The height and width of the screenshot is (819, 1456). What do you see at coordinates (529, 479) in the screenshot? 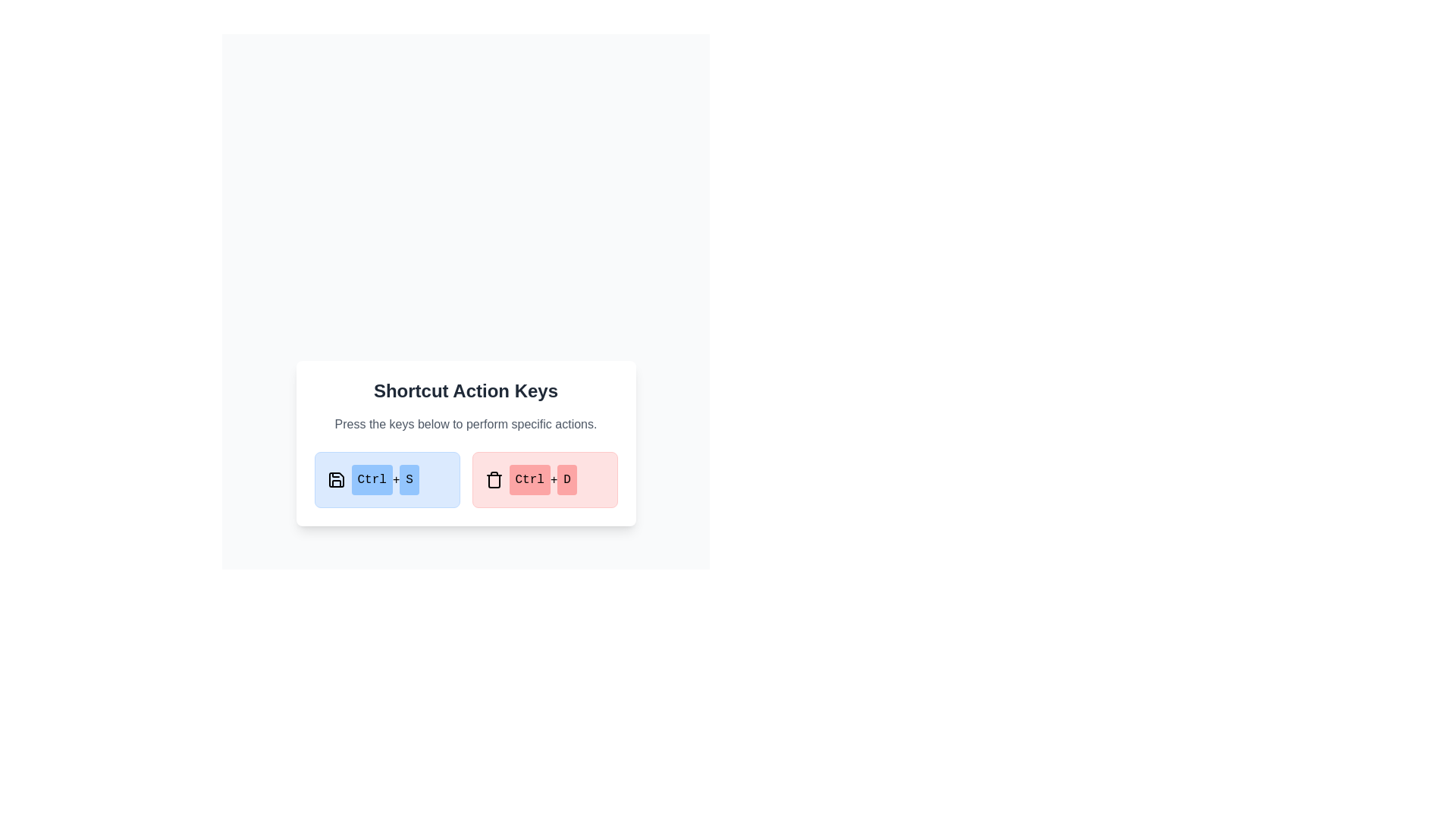
I see `the visual depiction of the 'Ctrl' key, which is part of the 'Ctrl+D' keyboard shortcut display and located to the left of the letter 'D'` at bounding box center [529, 479].